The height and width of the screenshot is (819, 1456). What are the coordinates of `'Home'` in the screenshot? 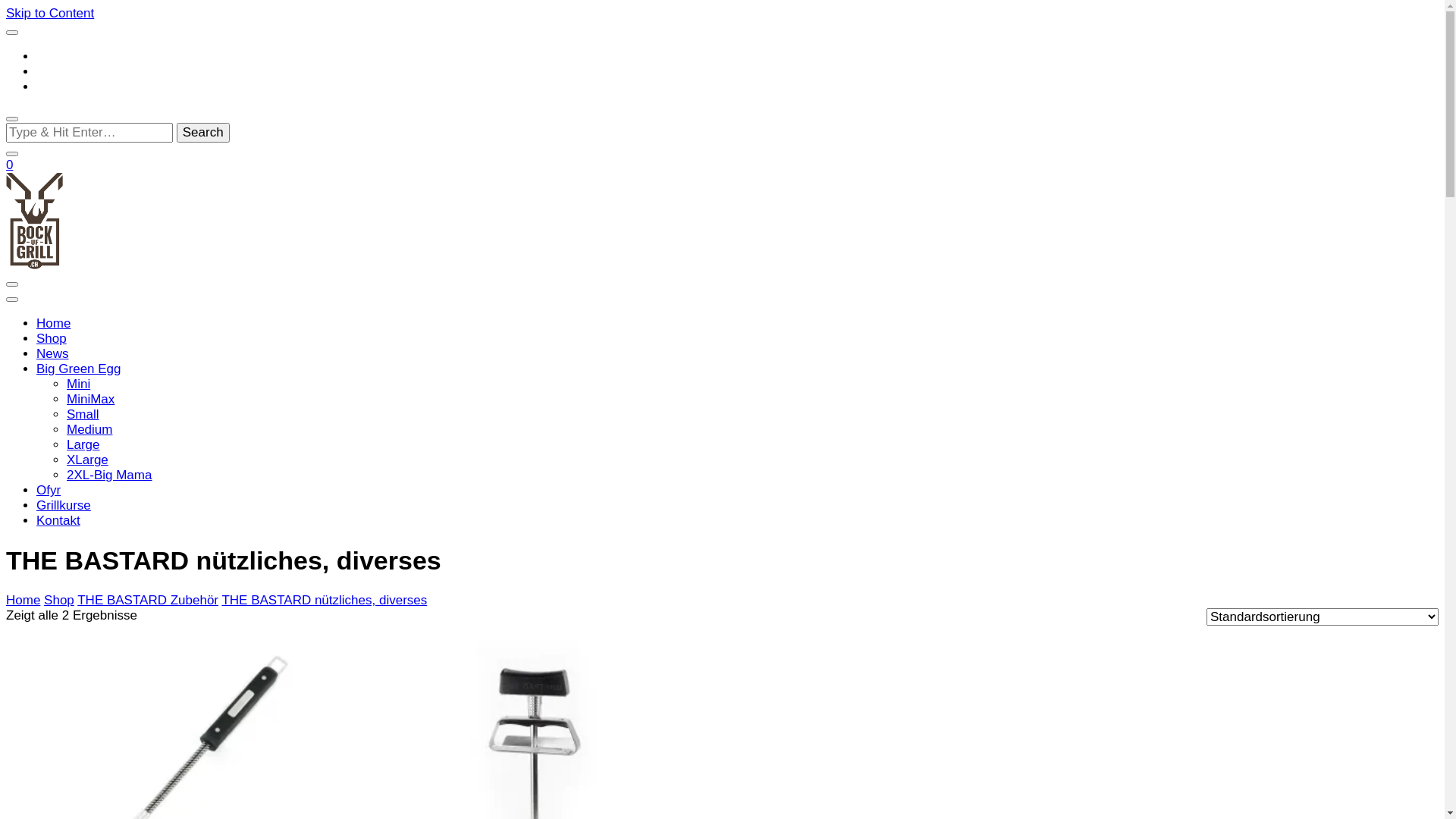 It's located at (53, 322).